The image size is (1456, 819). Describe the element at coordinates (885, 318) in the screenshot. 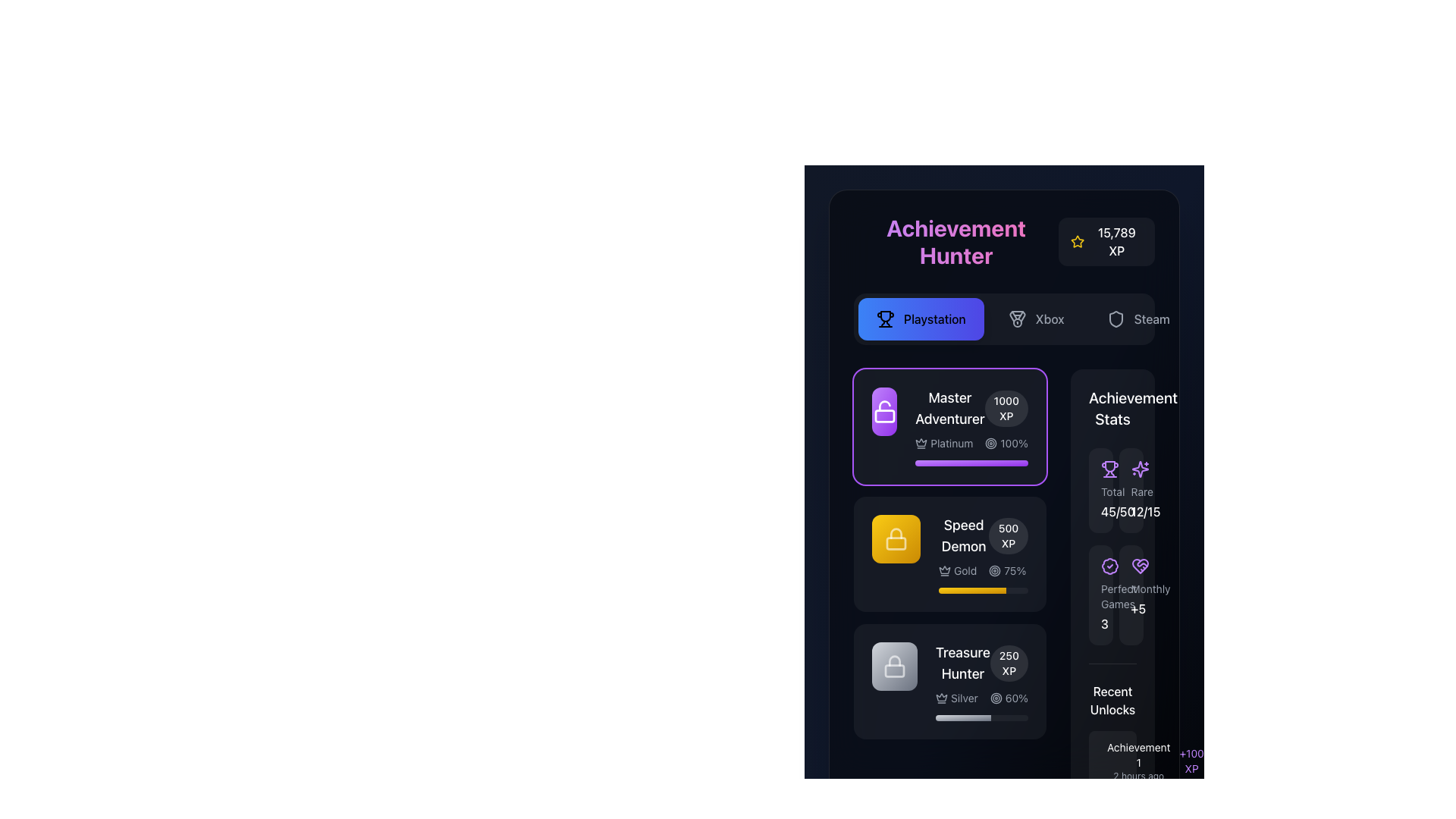

I see `the 'playstation' SVG icon located inside the button in the first row of options under the header 'Achievement Hunter'` at that location.